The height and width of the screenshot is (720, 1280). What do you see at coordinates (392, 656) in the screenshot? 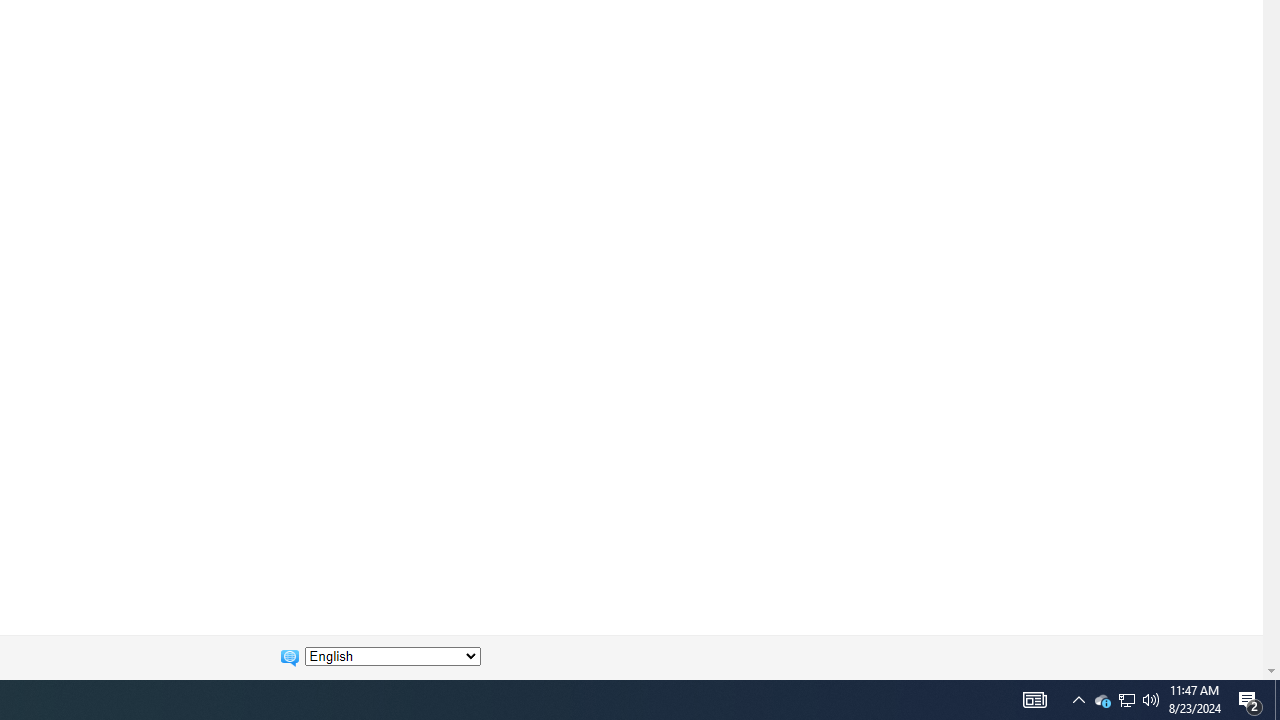
I see `'Change language:'` at bounding box center [392, 656].